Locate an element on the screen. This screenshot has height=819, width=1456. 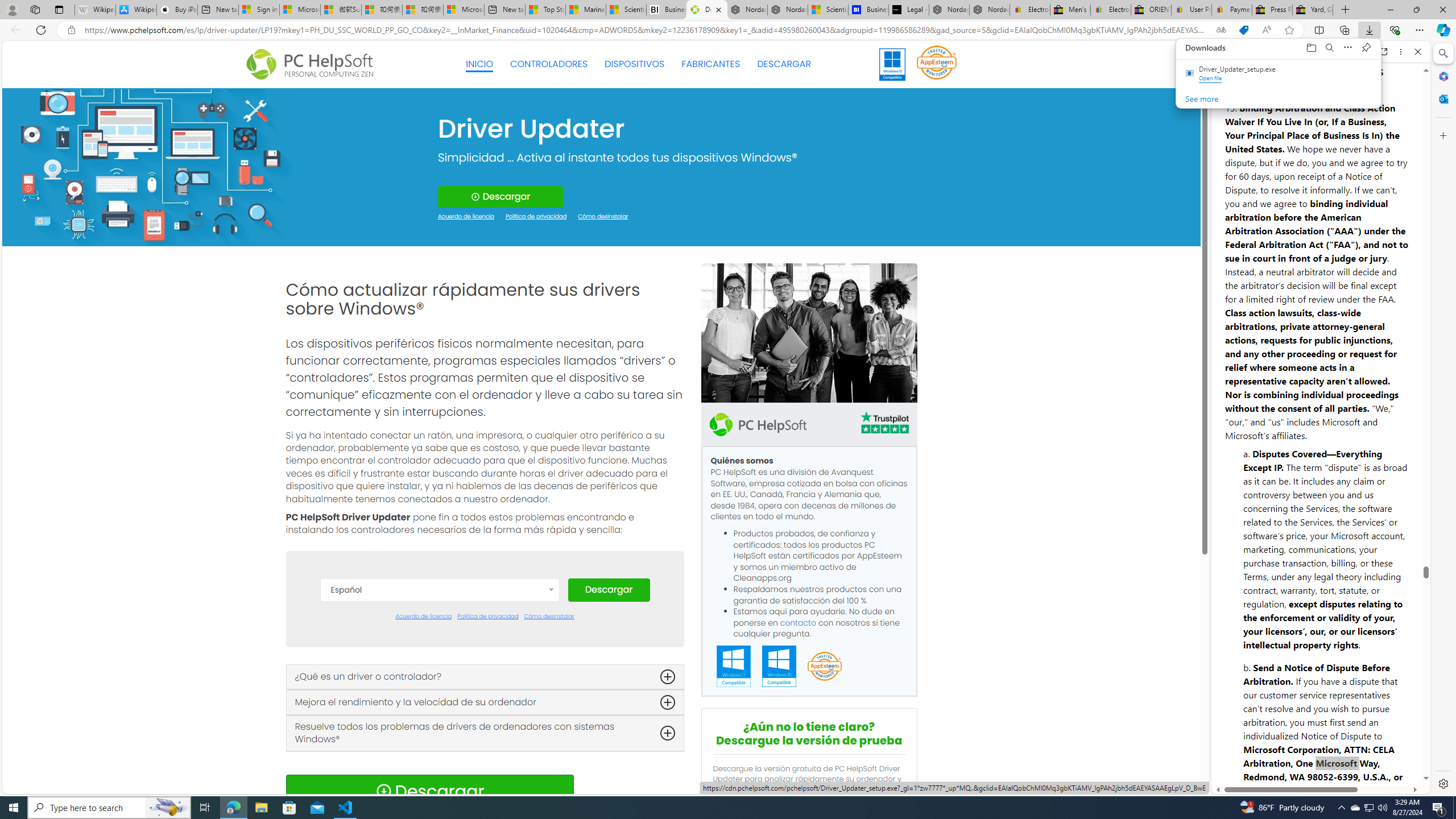
'Italiano' is located at coordinates (440, 746).